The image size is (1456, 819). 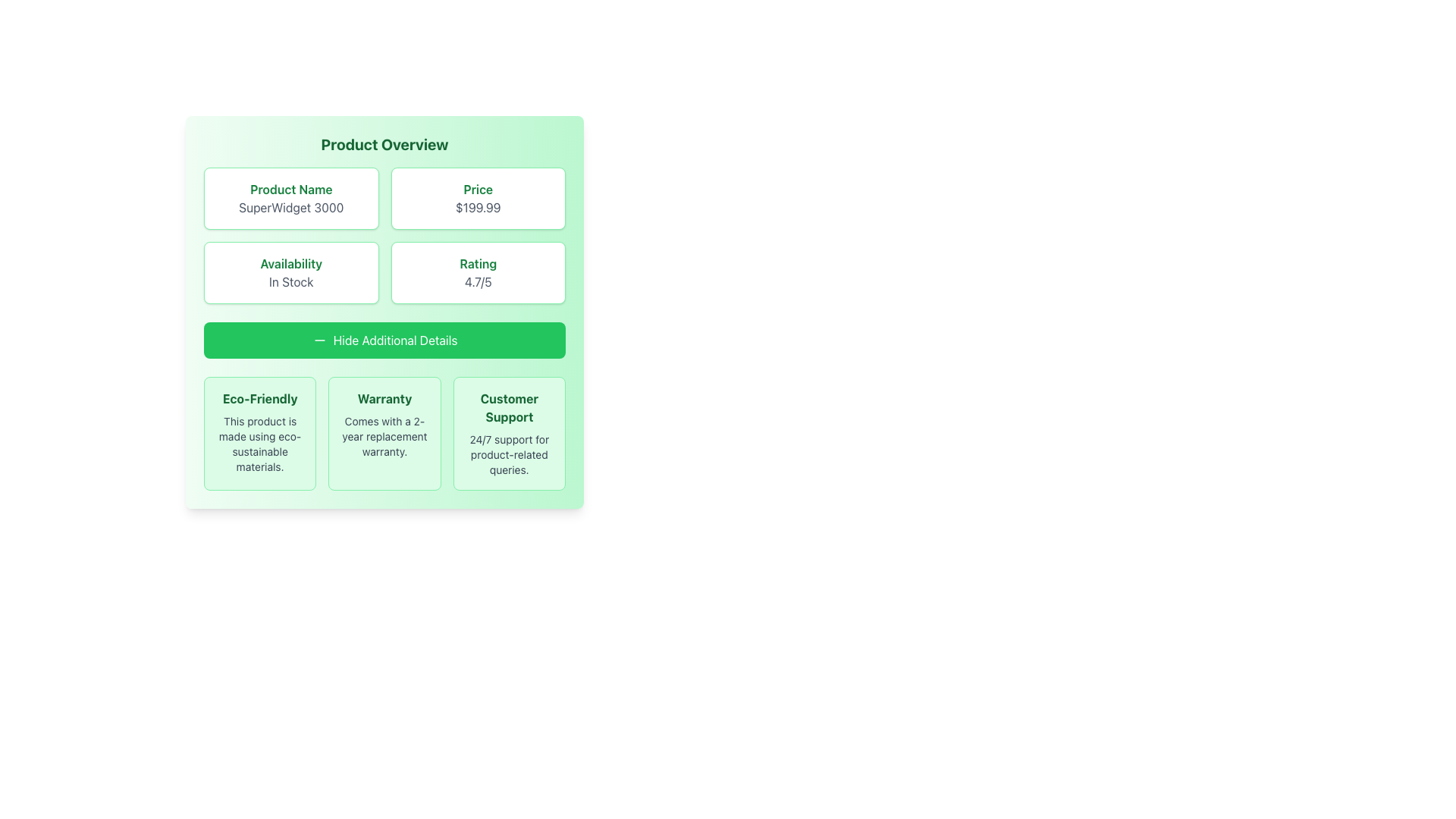 What do you see at coordinates (384, 339) in the screenshot?
I see `the button located below the product details grid in the 'Product Overview' section to hide the additional product details` at bounding box center [384, 339].